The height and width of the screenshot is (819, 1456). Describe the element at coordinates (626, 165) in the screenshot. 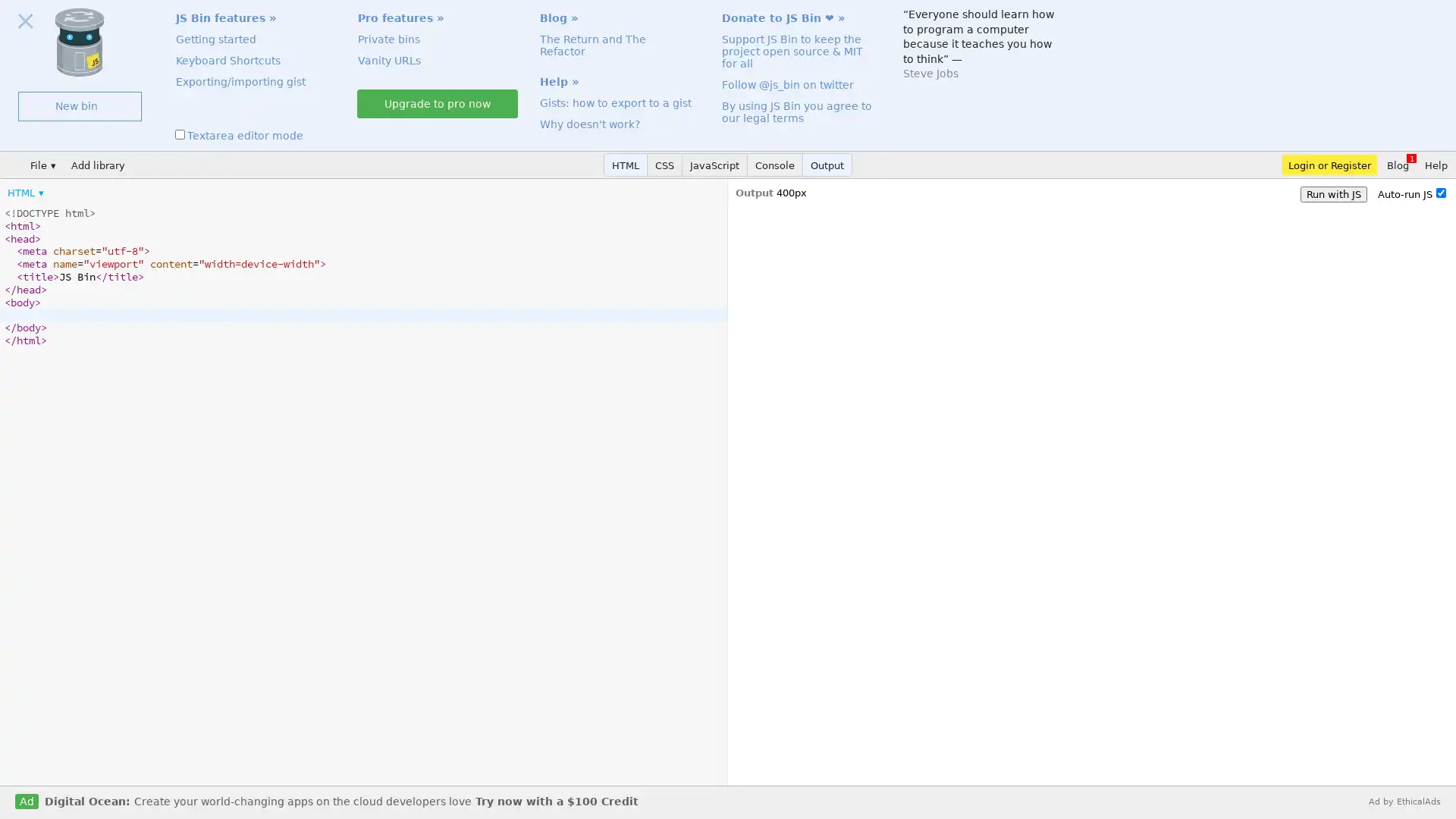

I see `HTML Panel: Active` at that location.